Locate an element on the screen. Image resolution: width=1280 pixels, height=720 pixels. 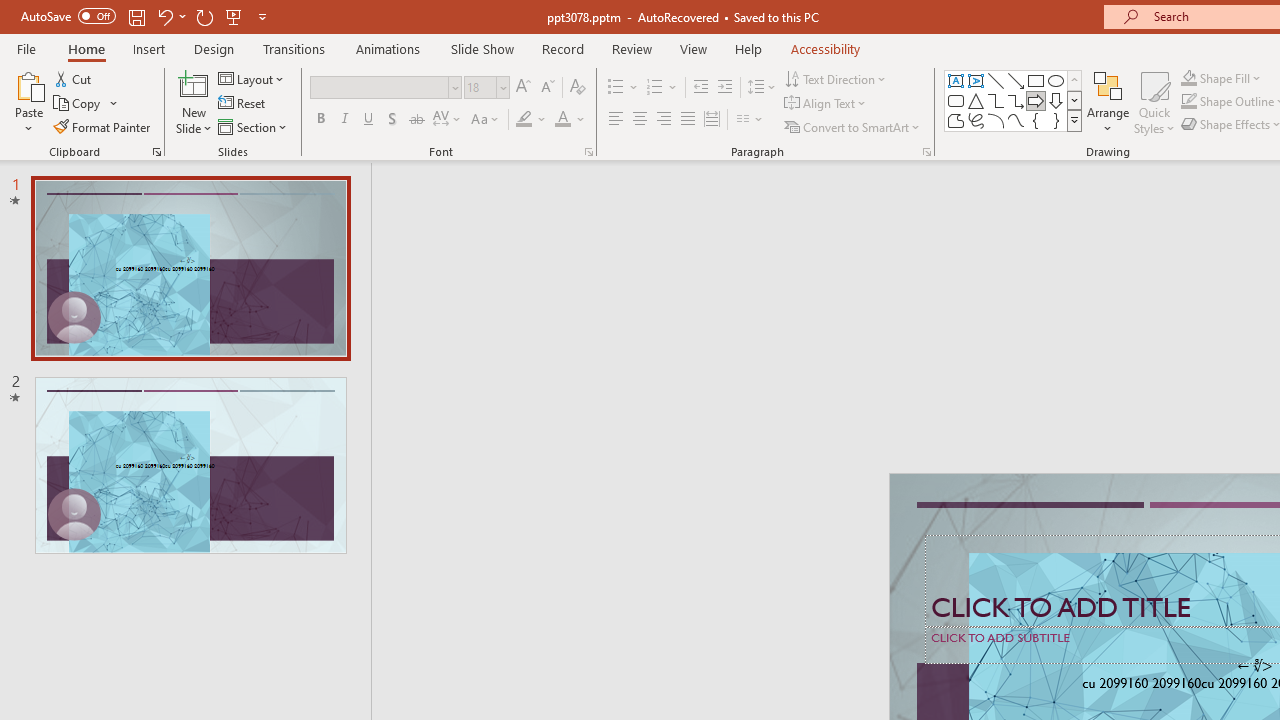
'Shape Fill Dark Green, Accent 2' is located at coordinates (1189, 77).